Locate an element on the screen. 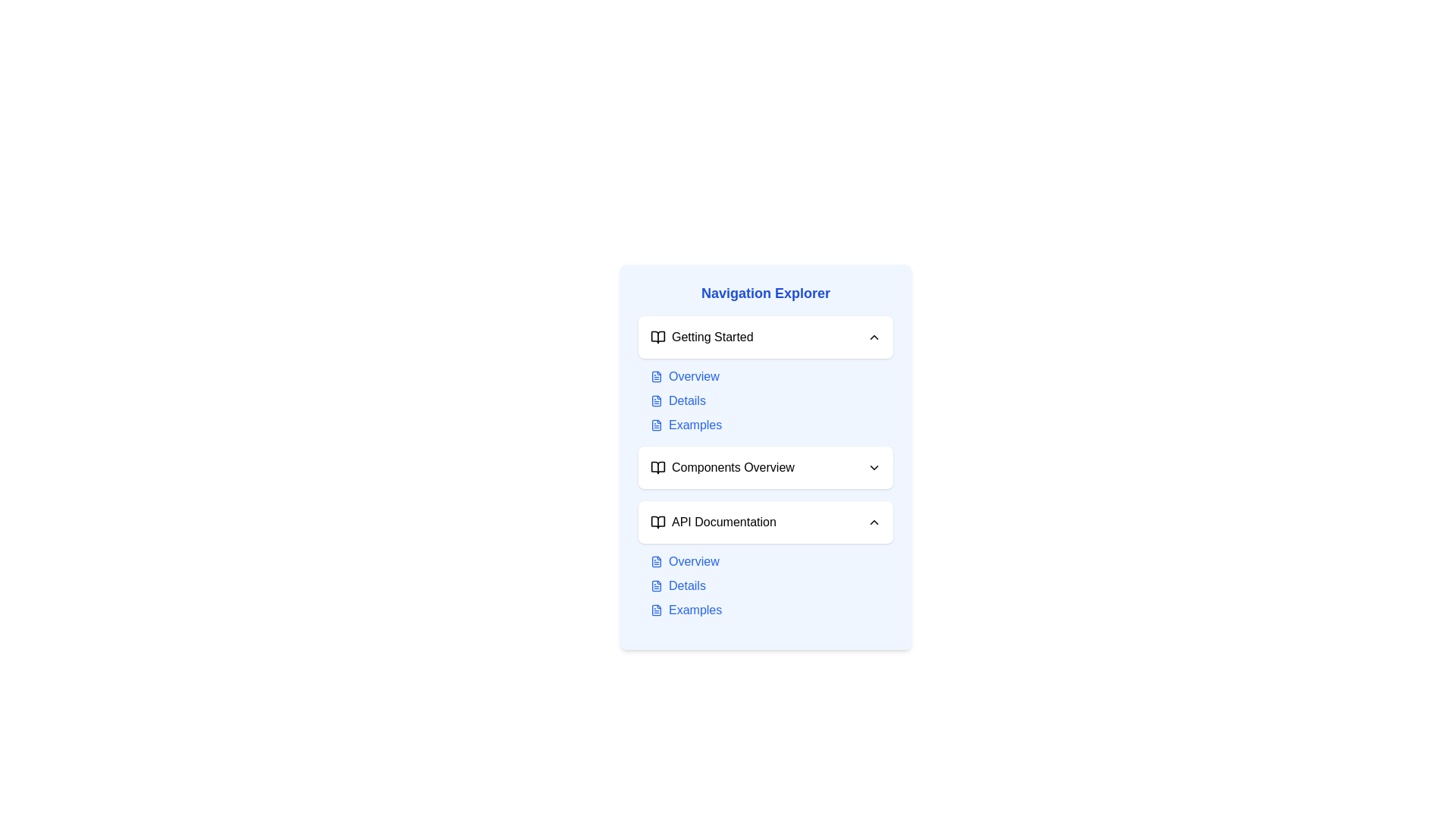 The width and height of the screenshot is (1456, 819). the 'Examples' hyperlink, styled with a blue font and an underline effect, located under the 'API Documentation' section of the navigation menu is located at coordinates (771, 610).